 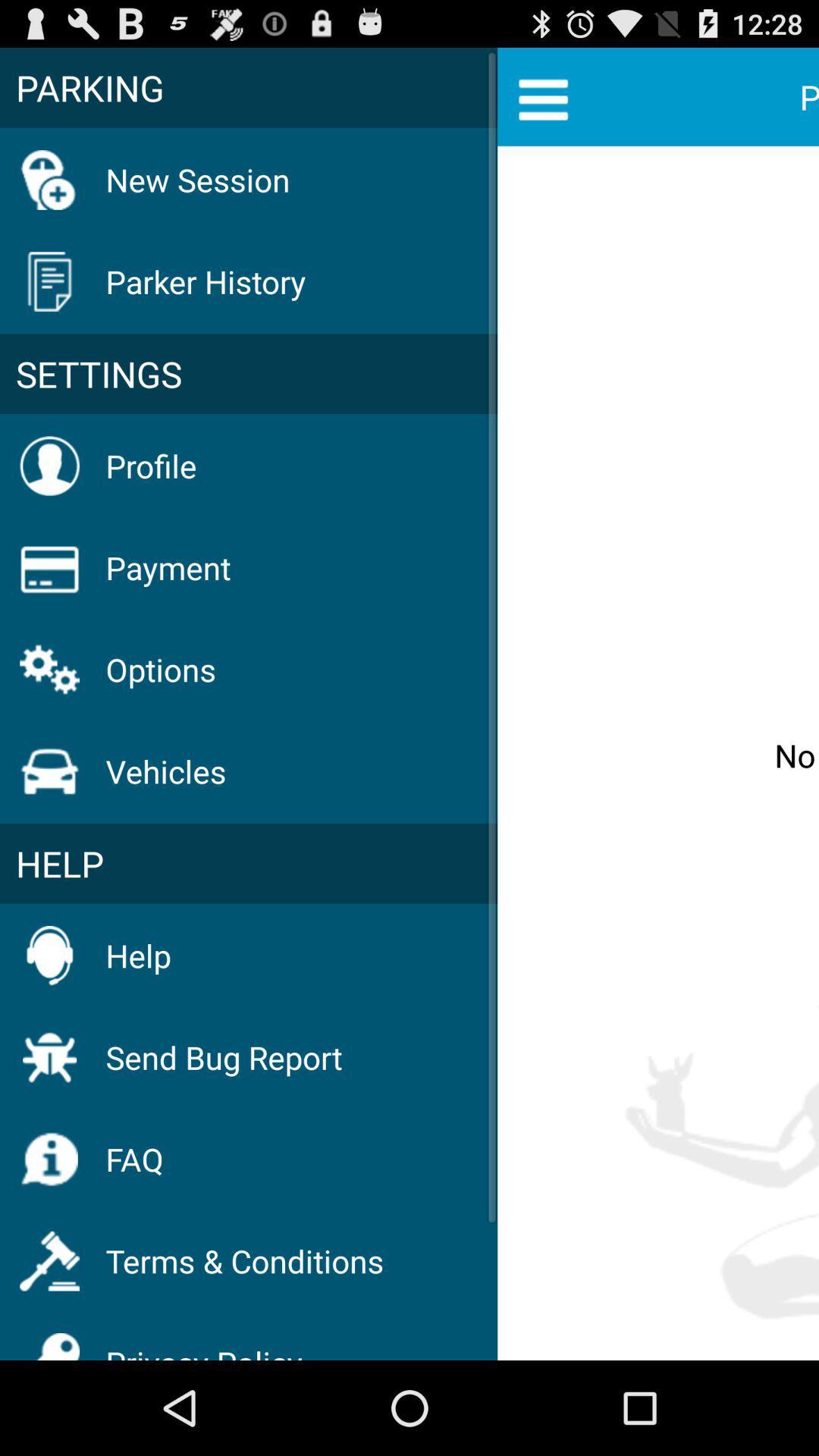 What do you see at coordinates (166, 771) in the screenshot?
I see `the icon below options icon` at bounding box center [166, 771].